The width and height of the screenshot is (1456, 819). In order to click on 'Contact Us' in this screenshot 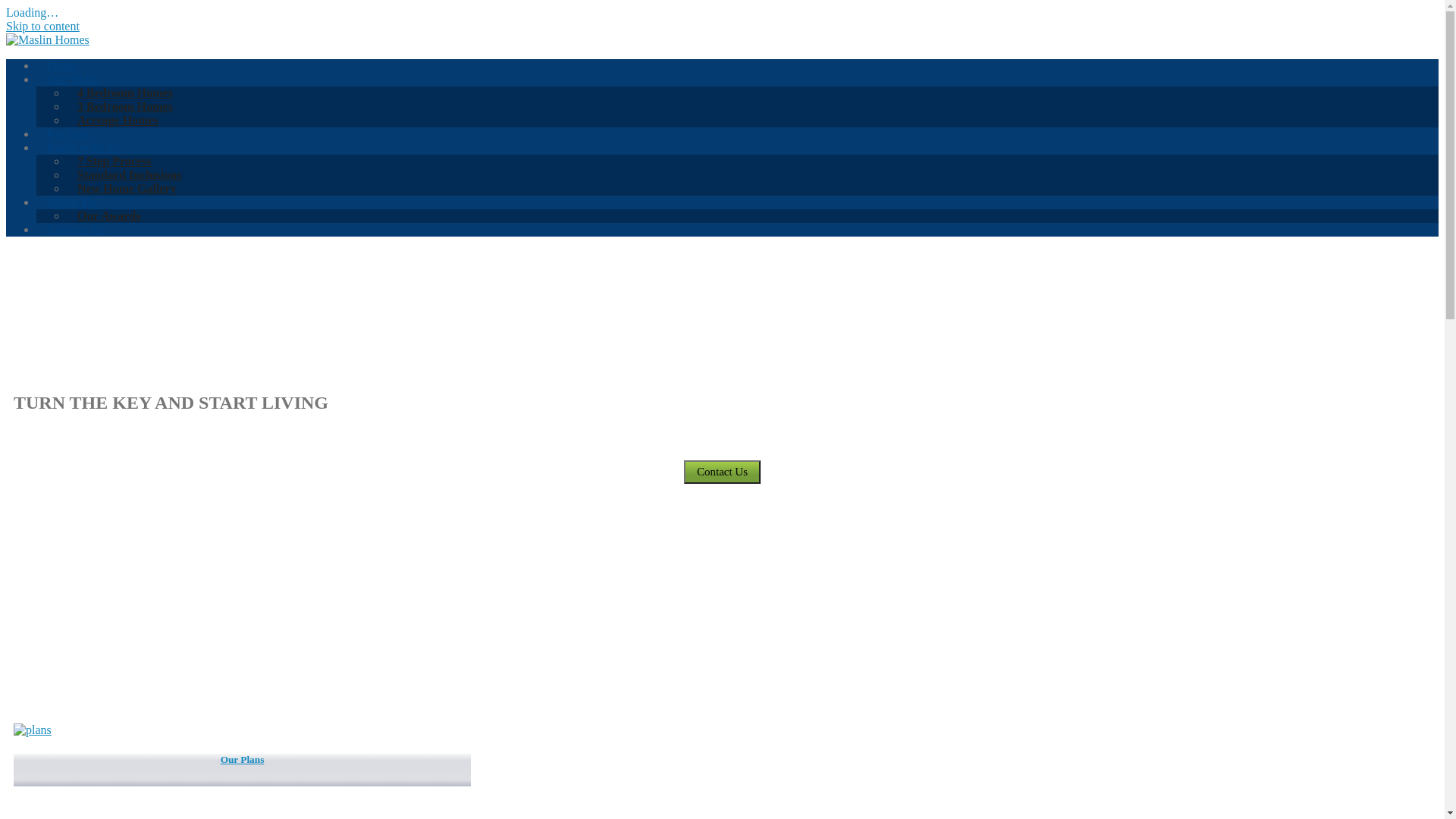, I will do `click(721, 471)`.